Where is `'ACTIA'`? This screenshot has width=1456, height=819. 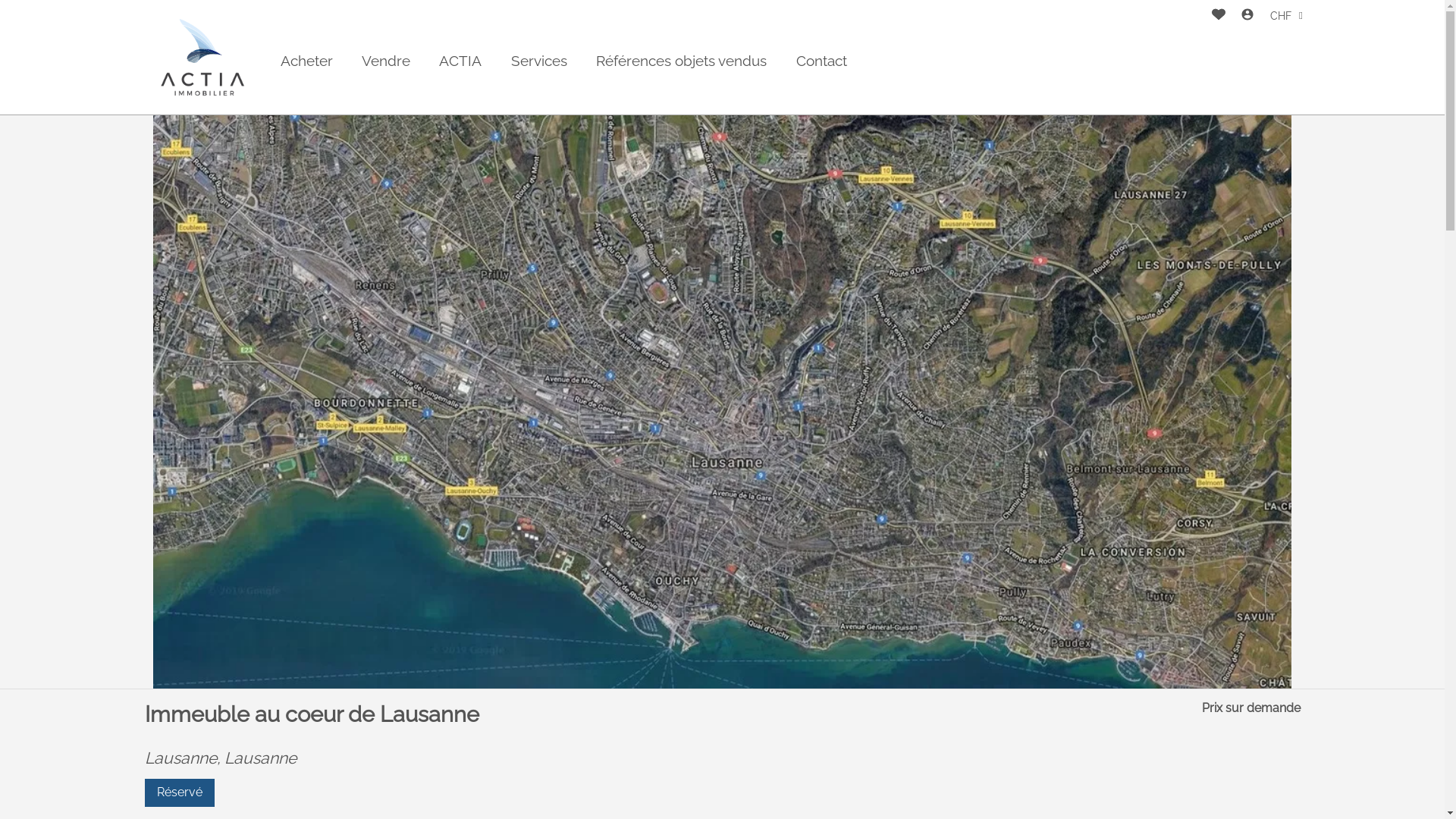 'ACTIA' is located at coordinates (459, 60).